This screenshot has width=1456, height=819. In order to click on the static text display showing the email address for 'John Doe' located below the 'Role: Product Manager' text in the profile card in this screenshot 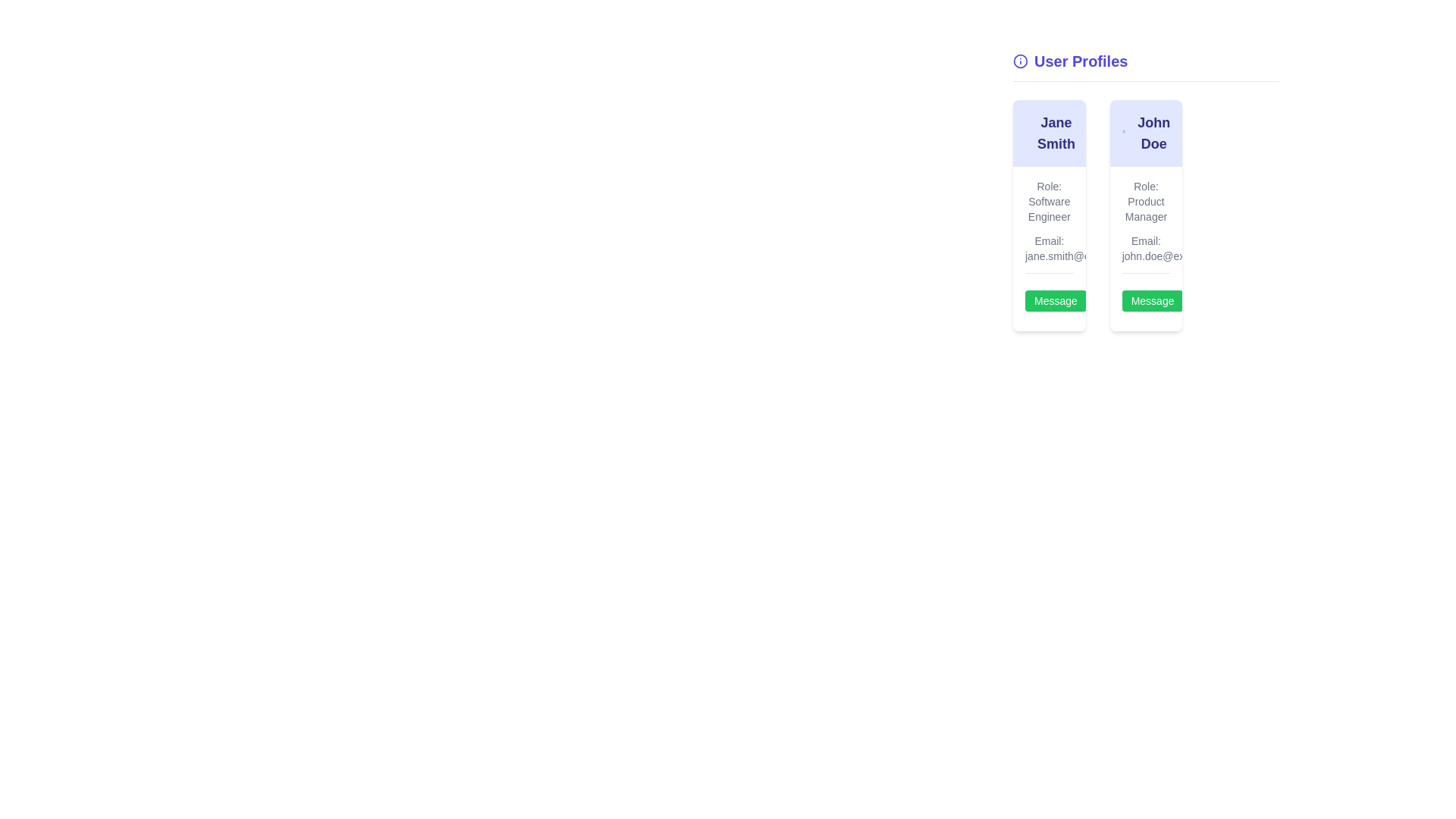, I will do `click(1146, 247)`.